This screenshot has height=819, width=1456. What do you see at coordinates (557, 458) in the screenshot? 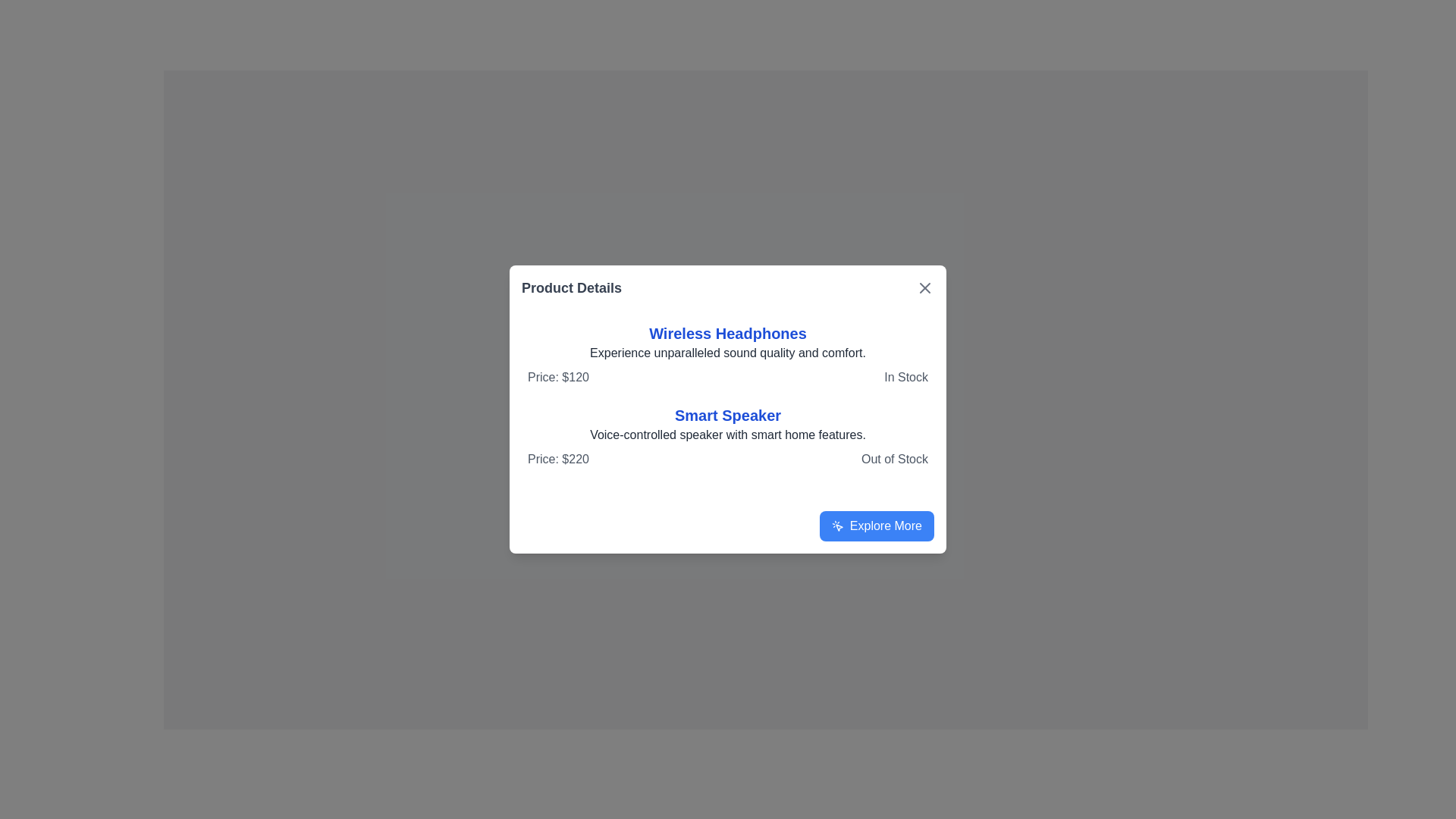
I see `the static label displaying the price of the 'Smart Speaker' located in the lower-left portion of the product details card, next to the 'Out of Stock' indicator` at bounding box center [557, 458].